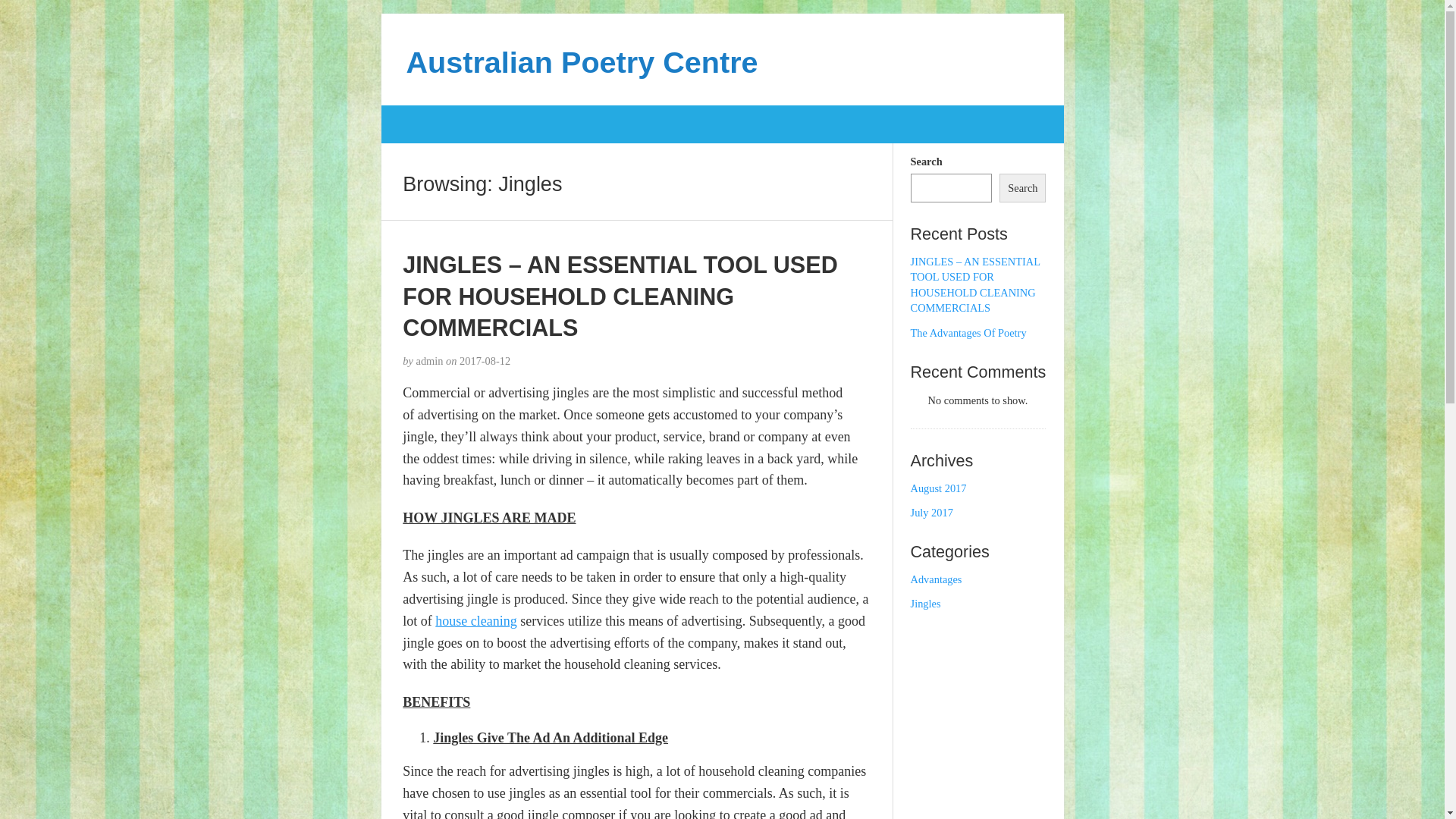 This screenshot has width=1456, height=819. What do you see at coordinates (924, 602) in the screenshot?
I see `'Jingles'` at bounding box center [924, 602].